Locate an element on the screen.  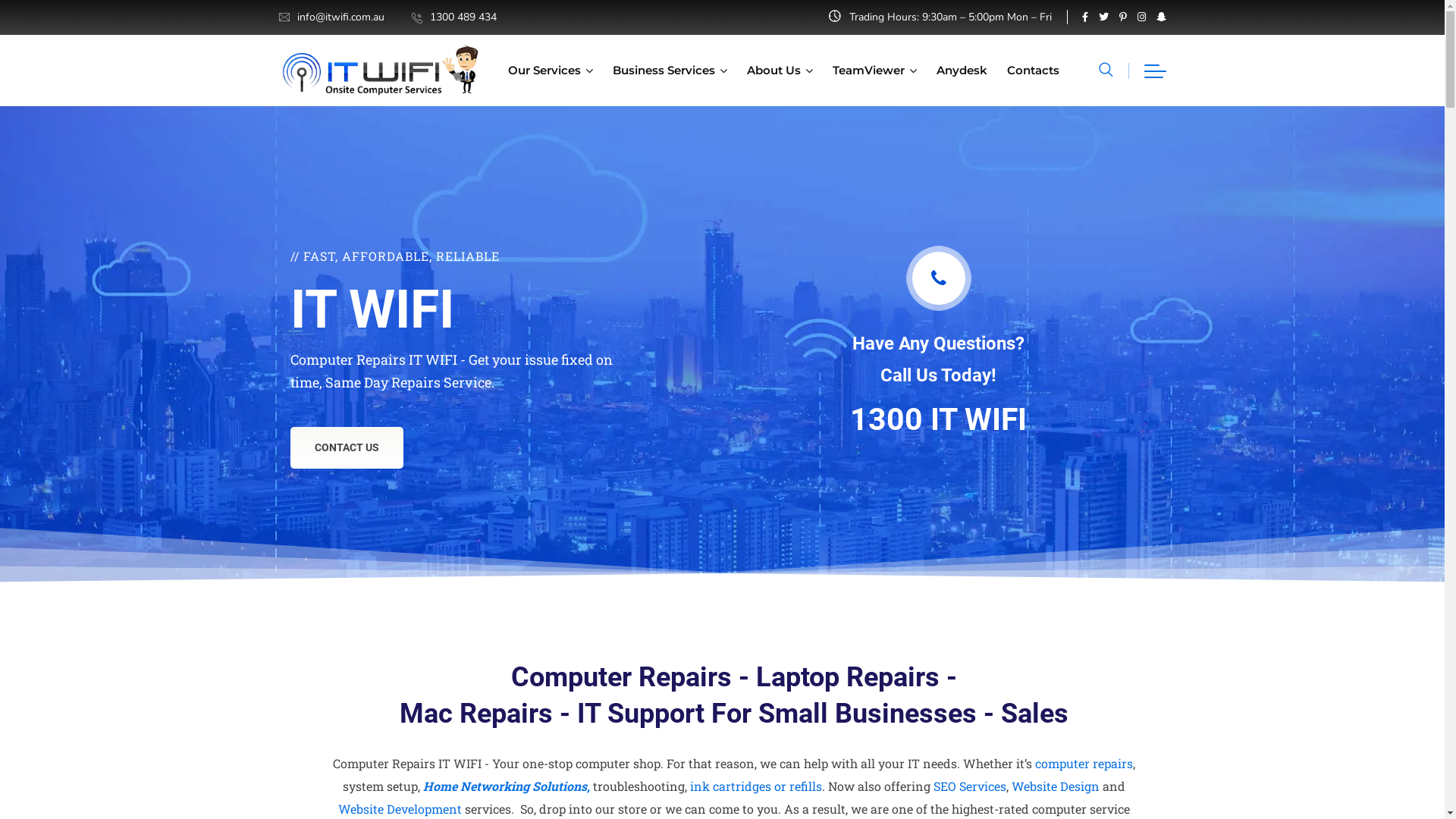
'Business Services' is located at coordinates (669, 70).